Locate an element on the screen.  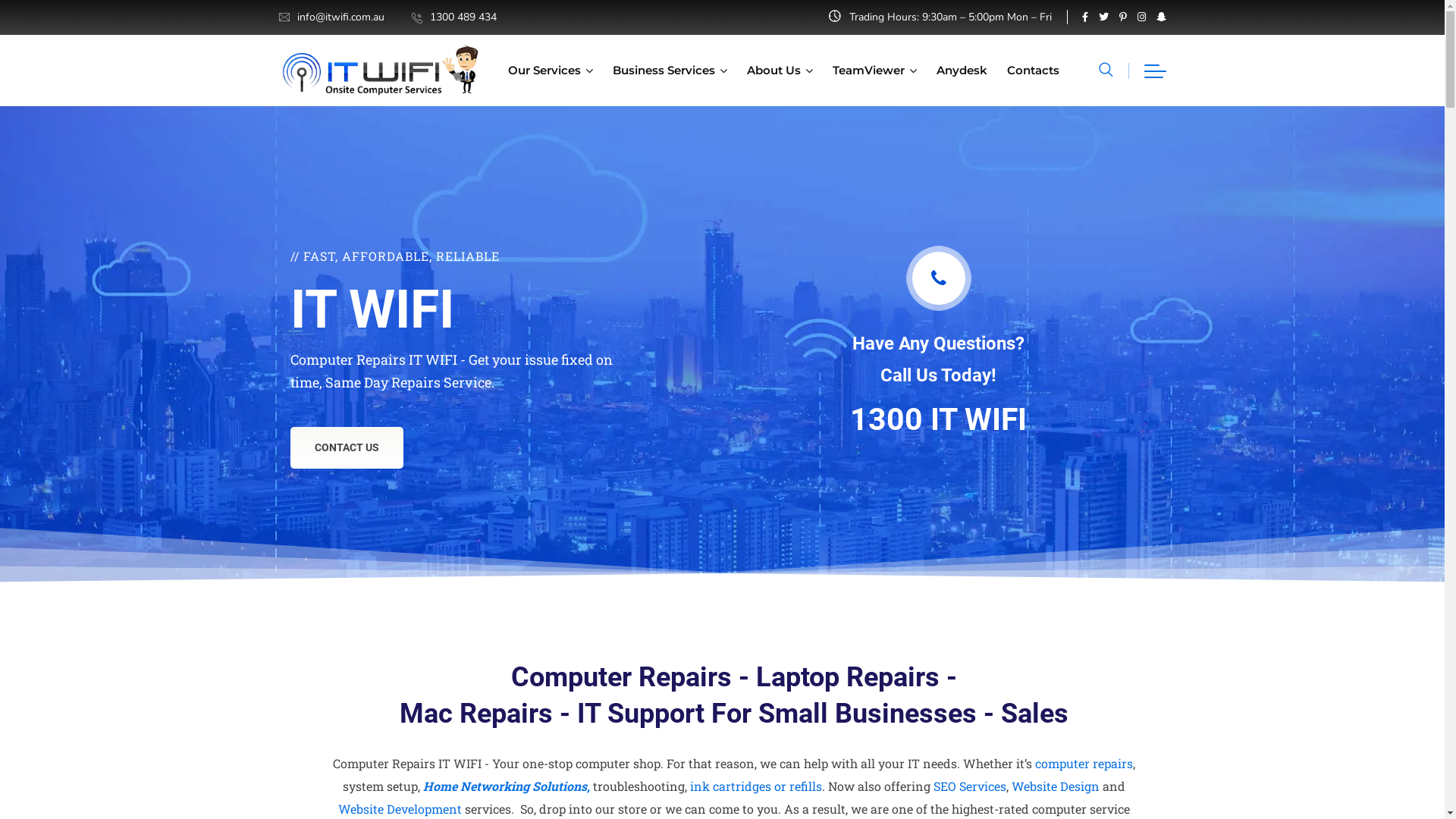
'Business Services' is located at coordinates (669, 70).